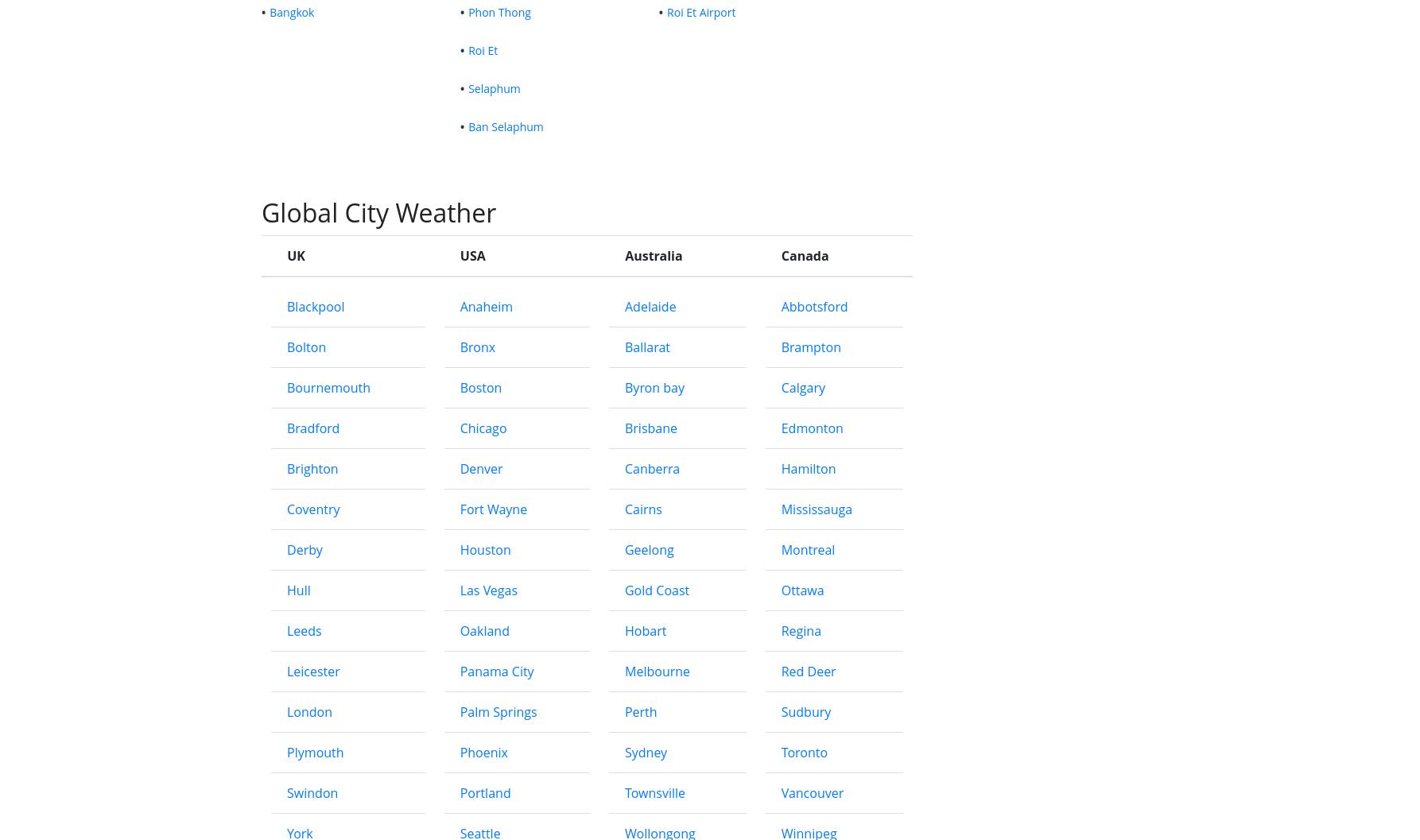 The height and width of the screenshot is (840, 1420). I want to click on 'Hamilton', so click(808, 703).